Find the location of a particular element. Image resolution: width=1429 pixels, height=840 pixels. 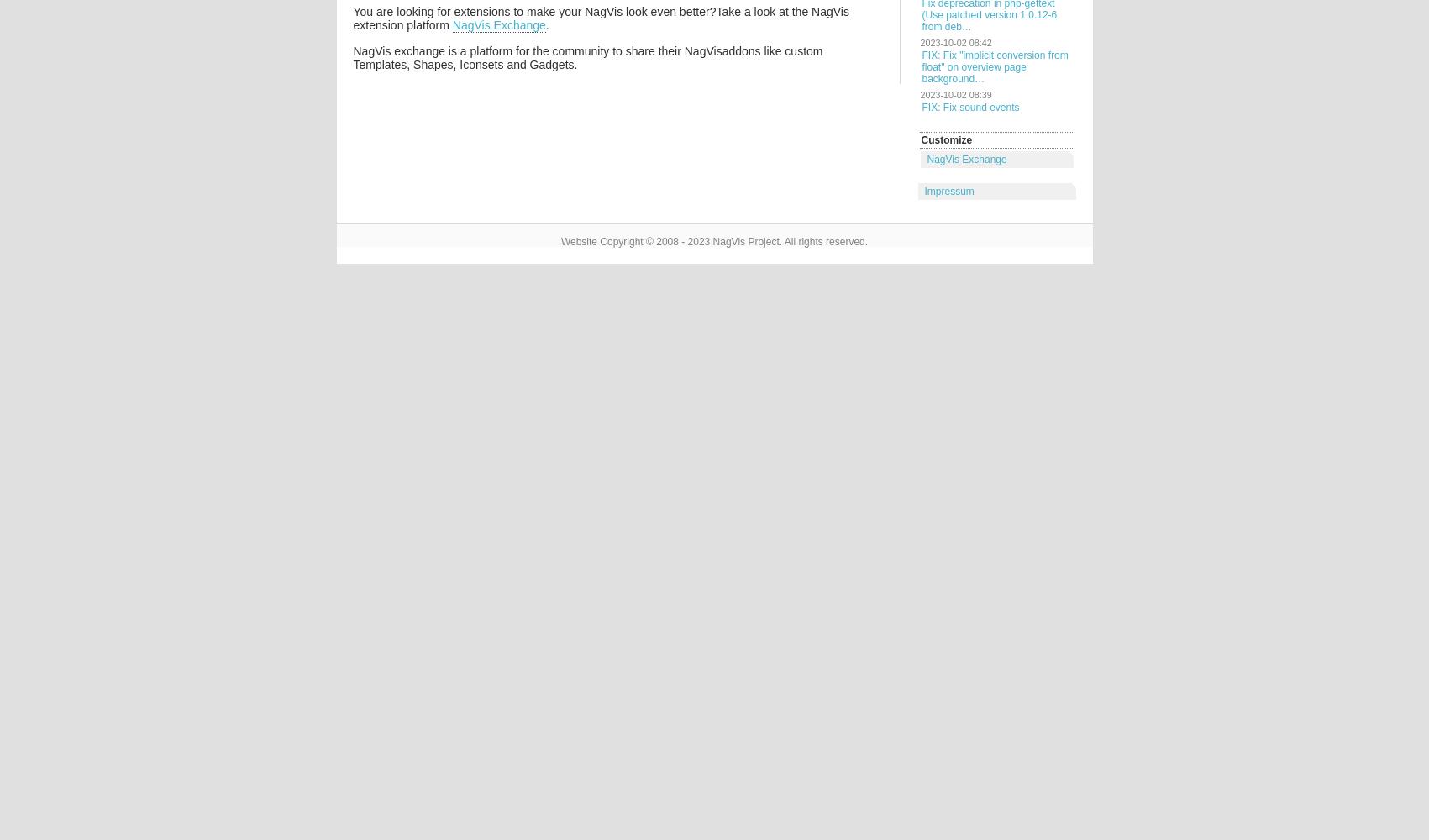

'FIX: Fix sound events' is located at coordinates (920, 108).